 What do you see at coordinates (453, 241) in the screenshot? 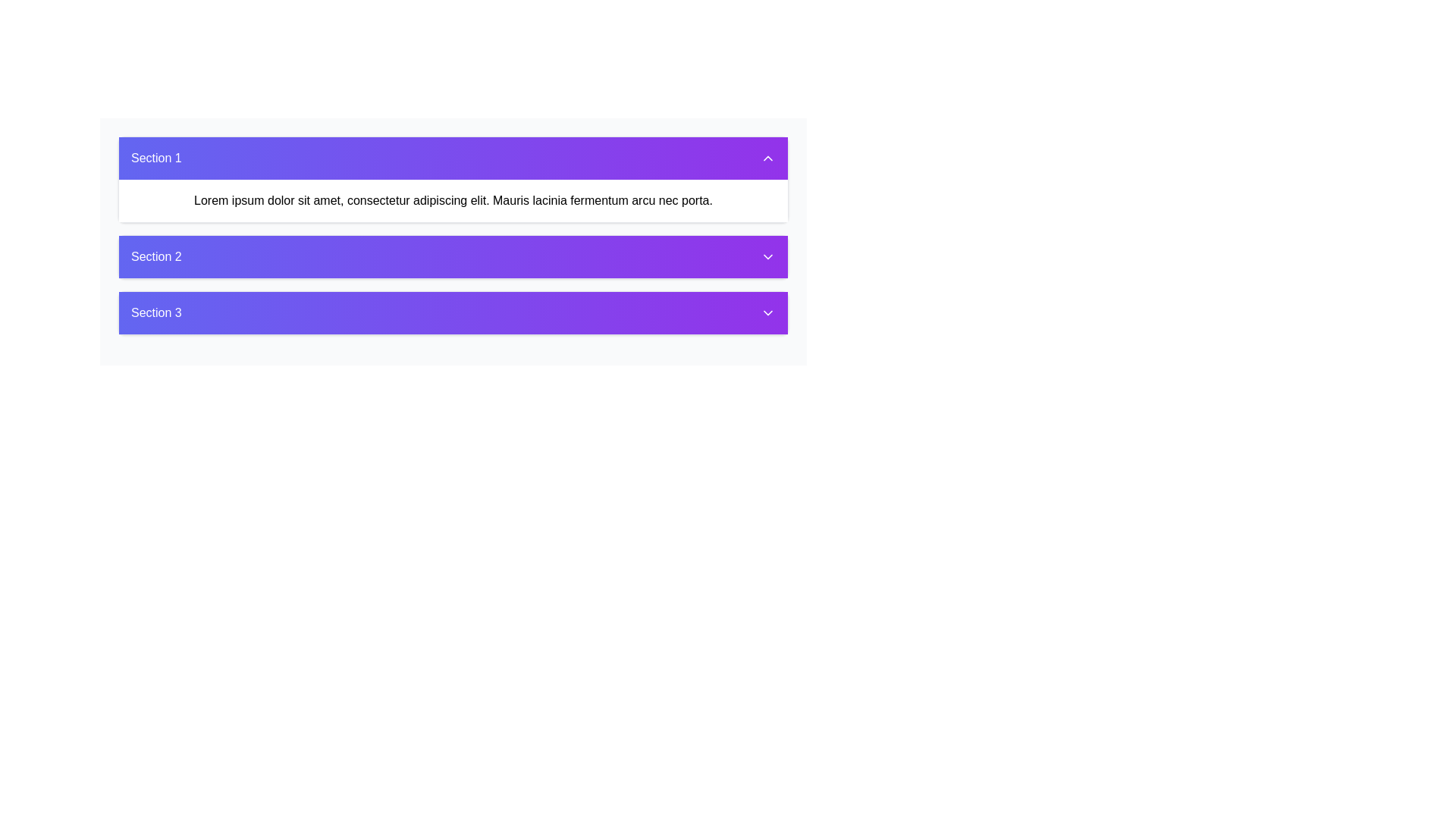
I see `the collapsible section header labeled 'Section 2'` at bounding box center [453, 241].